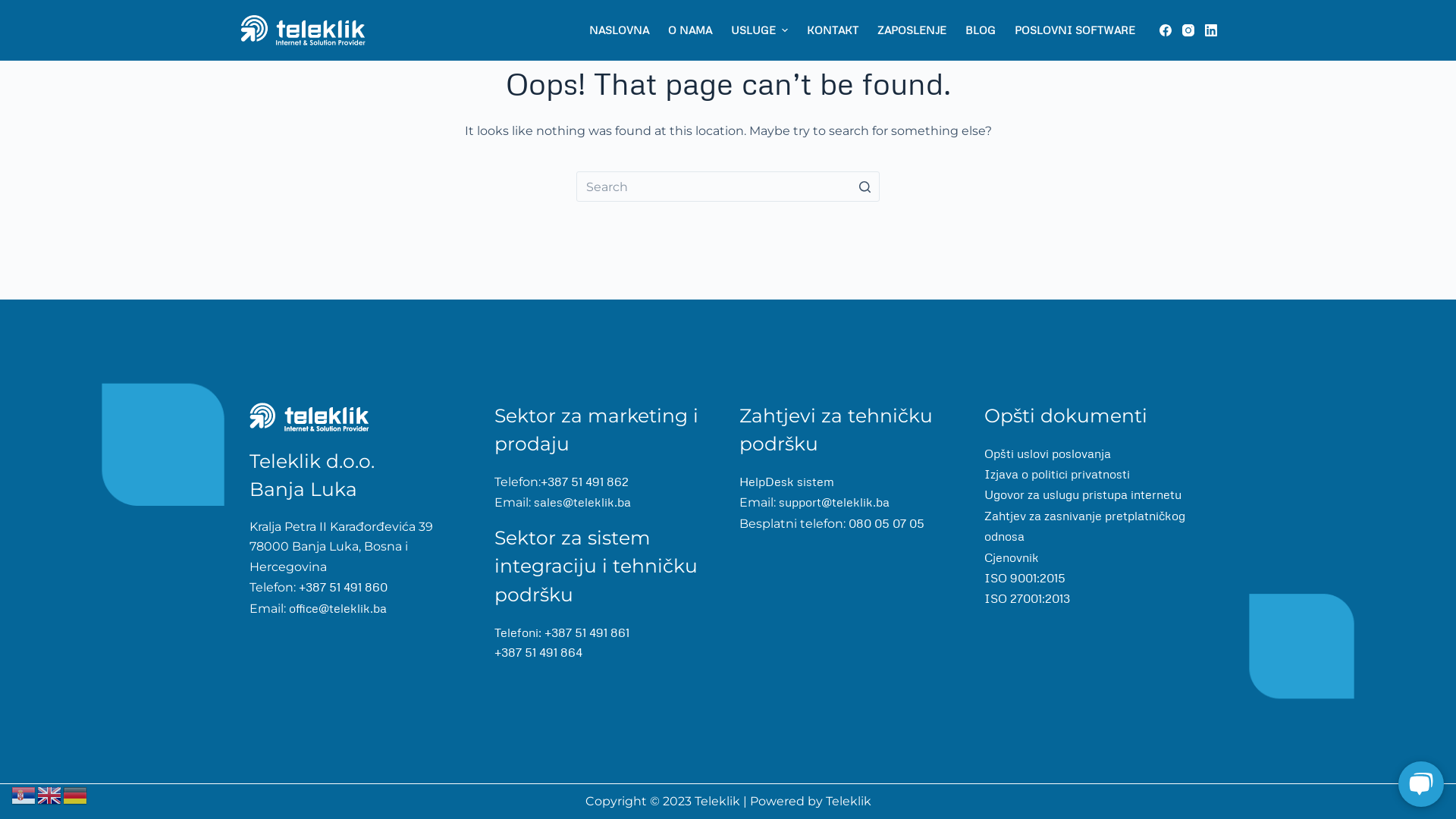 This screenshot has width=1456, height=819. Describe the element at coordinates (582, 502) in the screenshot. I see `'sales@teleklik.ba'` at that location.